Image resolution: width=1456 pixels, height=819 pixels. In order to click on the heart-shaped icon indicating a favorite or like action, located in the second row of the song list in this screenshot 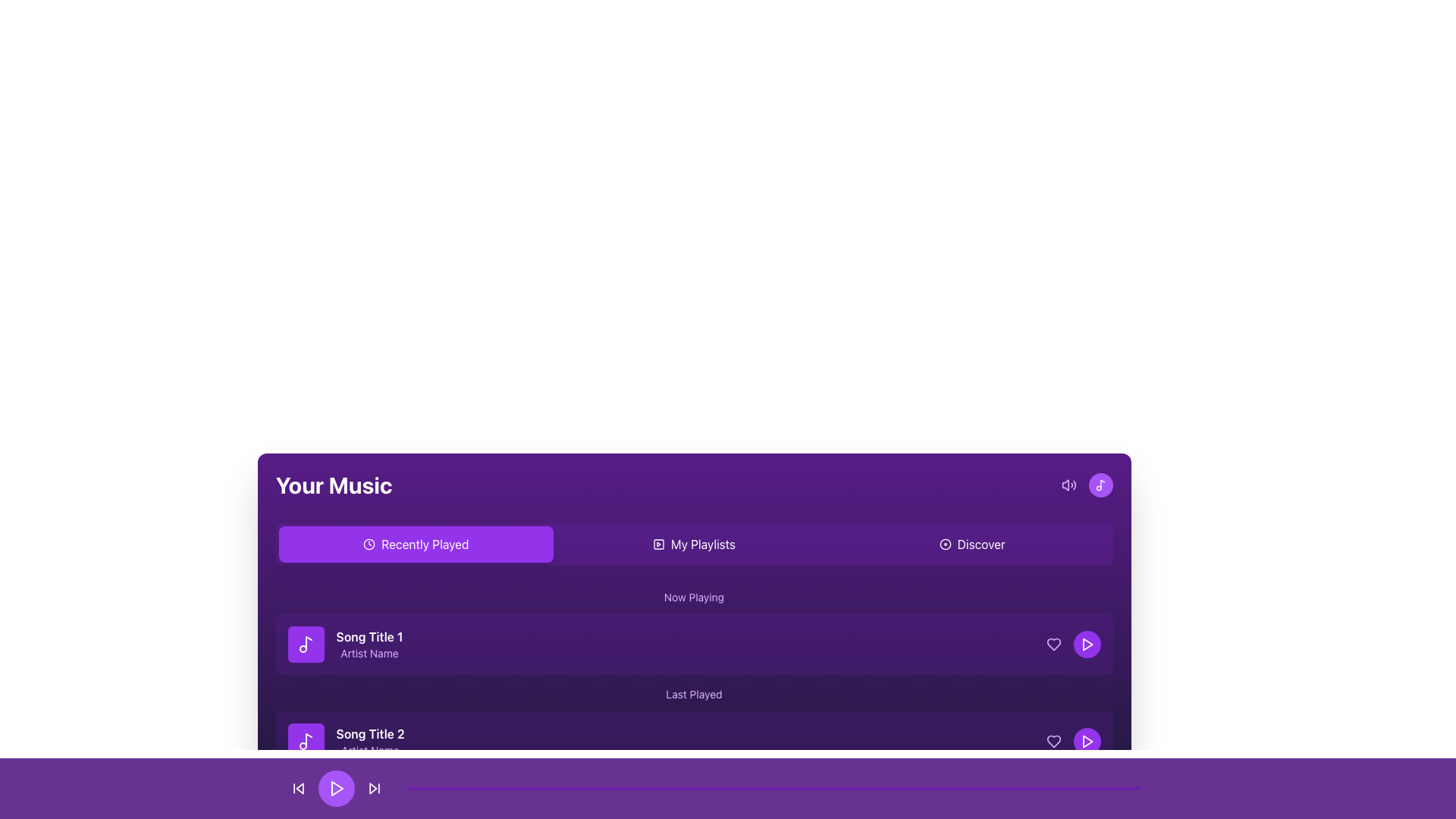, I will do `click(1053, 644)`.